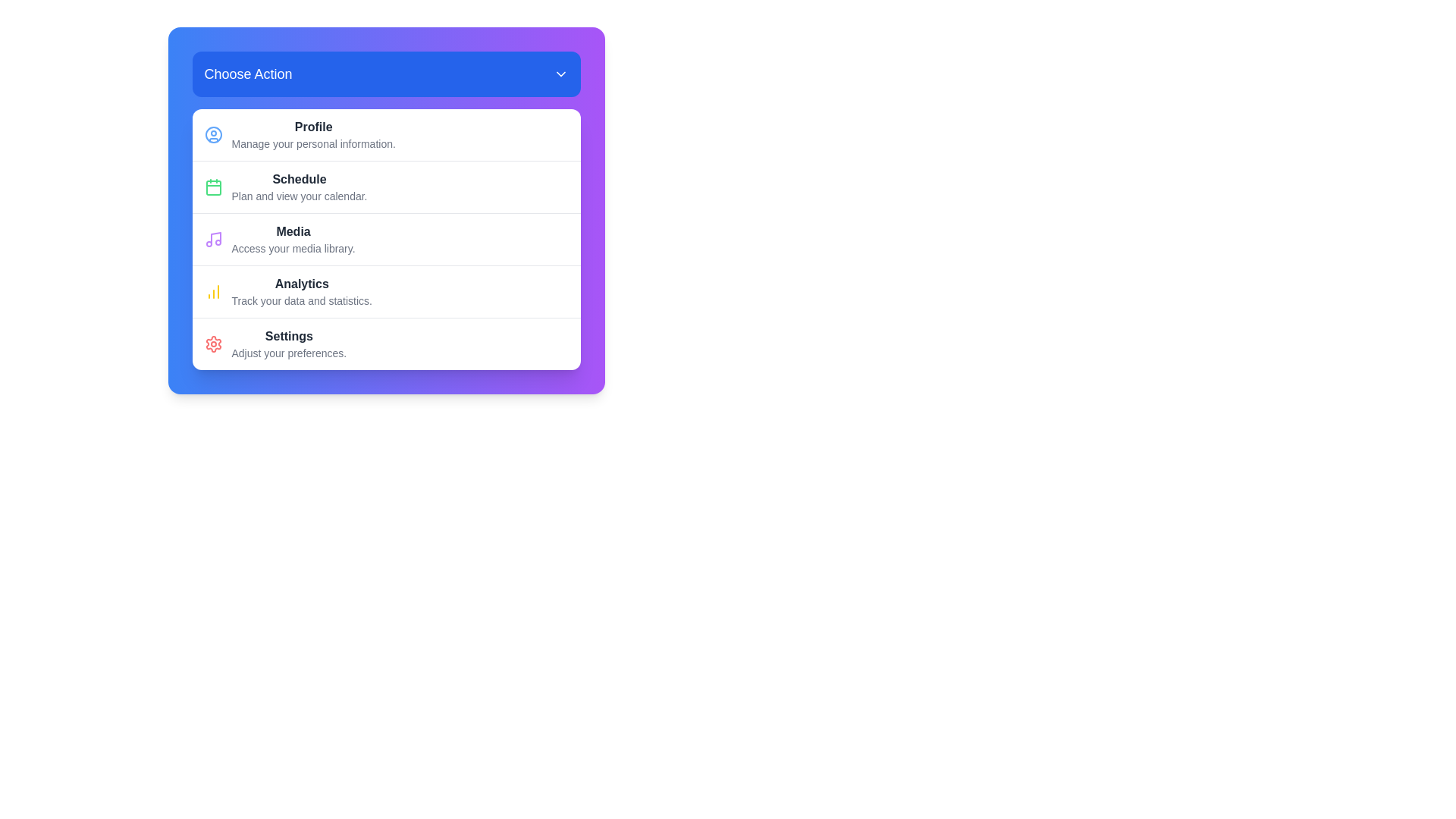 The height and width of the screenshot is (819, 1456). What do you see at coordinates (212, 292) in the screenshot?
I see `the 'Analytics' graphical icon, which represents data or statistics functionalities in the dropdown menu, located at the leftmost side of the 'Analytics' option` at bounding box center [212, 292].